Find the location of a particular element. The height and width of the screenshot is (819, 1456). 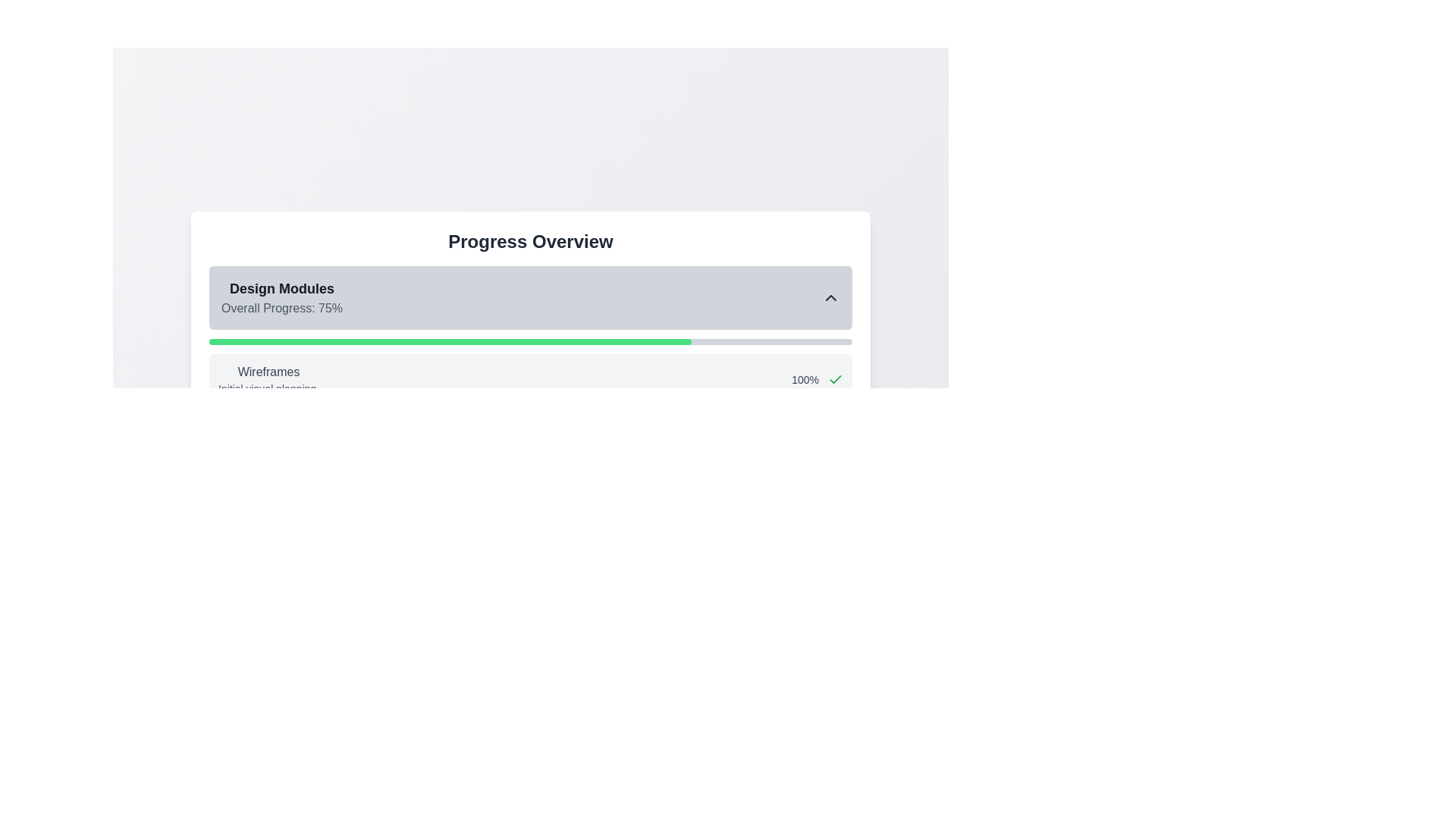

the Task progress indicator component, which displays the module 'Wireframes' and a green checkmark indicating completion is located at coordinates (531, 400).